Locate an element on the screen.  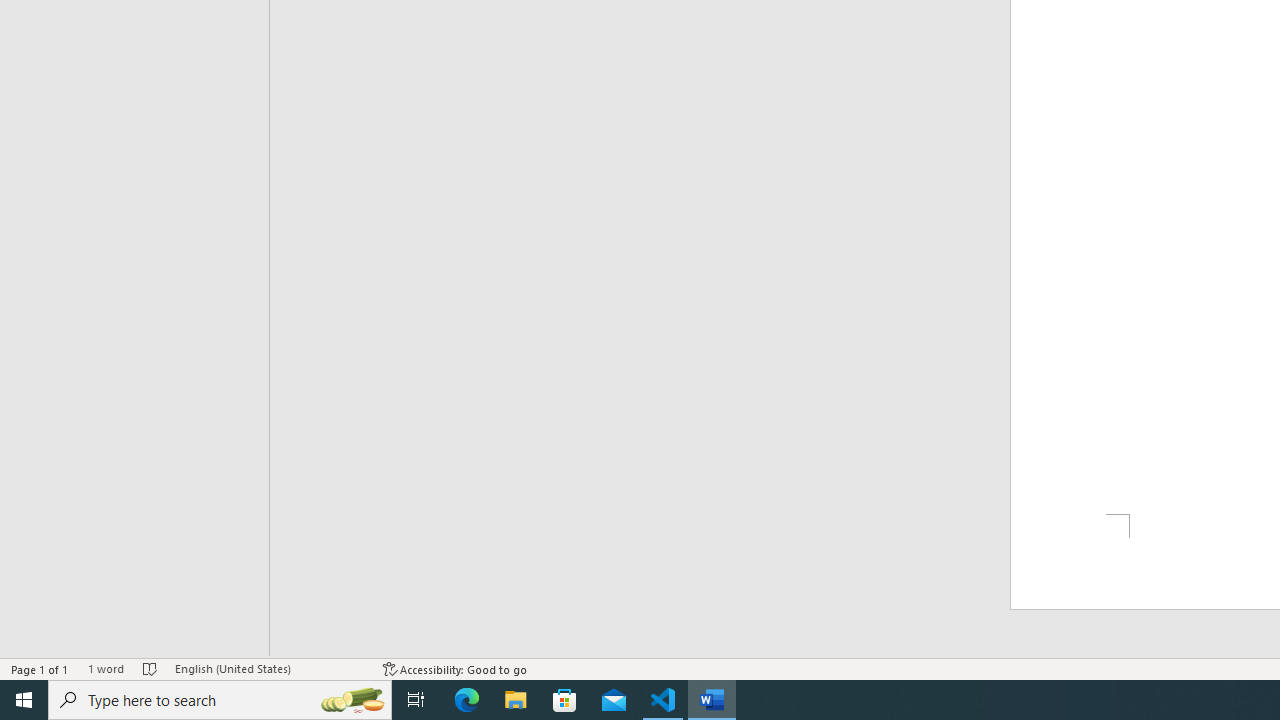
'Spelling and Grammar Check No Errors' is located at coordinates (149, 669).